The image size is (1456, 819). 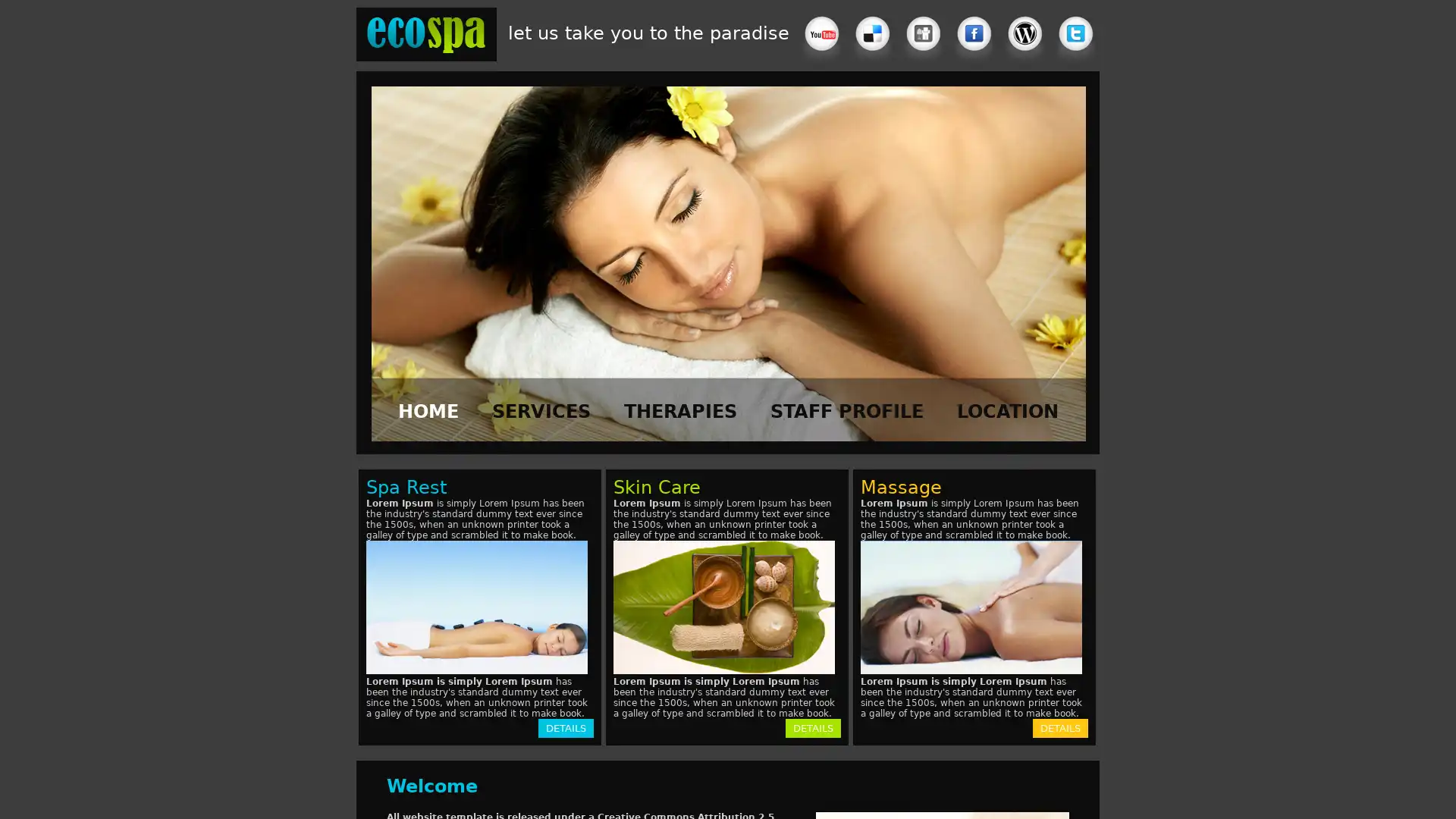 I want to click on DETAILS, so click(x=565, y=727).